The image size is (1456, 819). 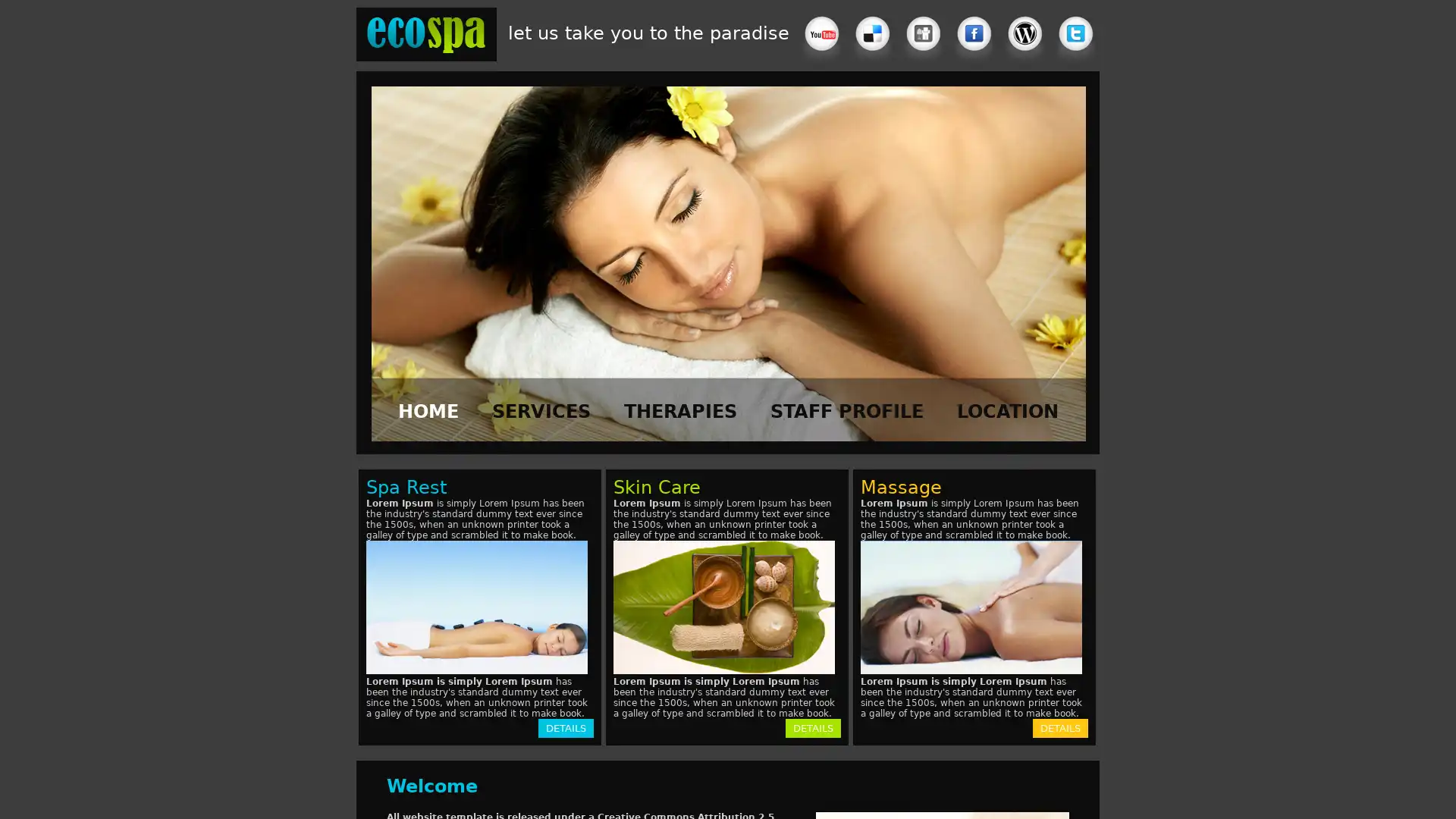 I want to click on DETAILS, so click(x=565, y=727).